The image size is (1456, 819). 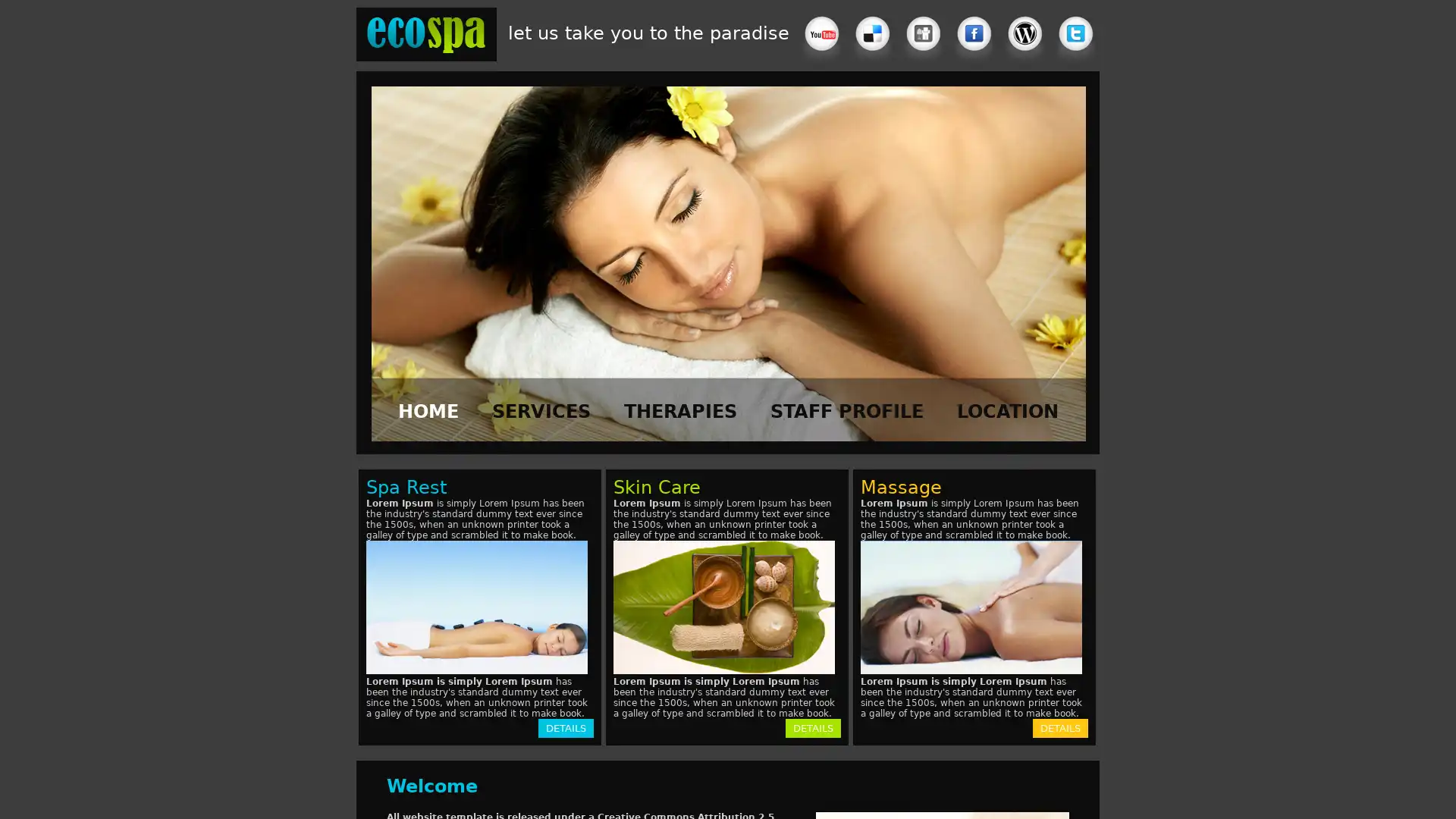 I want to click on DETAILS, so click(x=565, y=727).